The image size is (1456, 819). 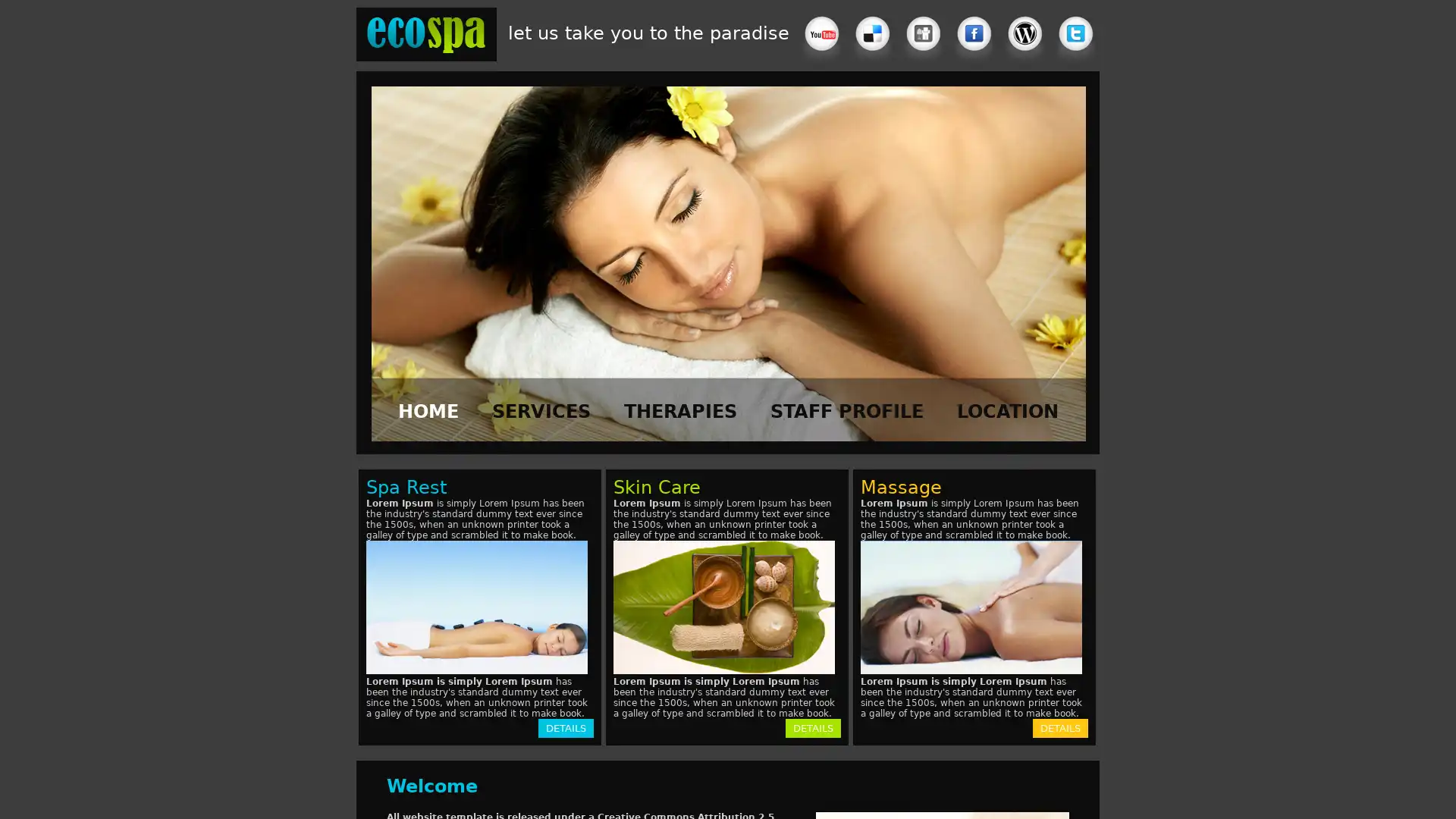 I want to click on DETAILS, so click(x=565, y=727).